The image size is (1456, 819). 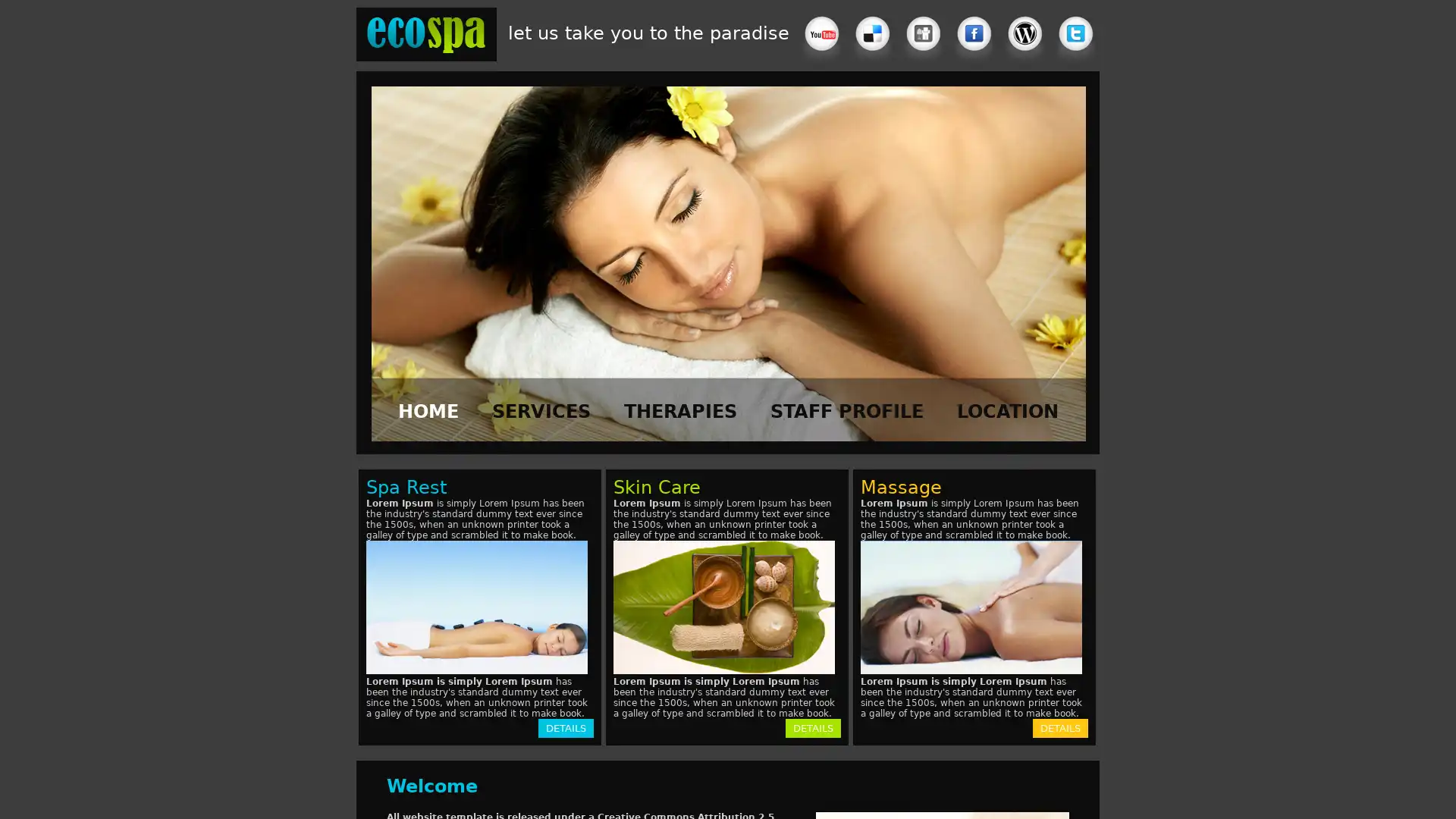 I want to click on DETAILS, so click(x=565, y=727).